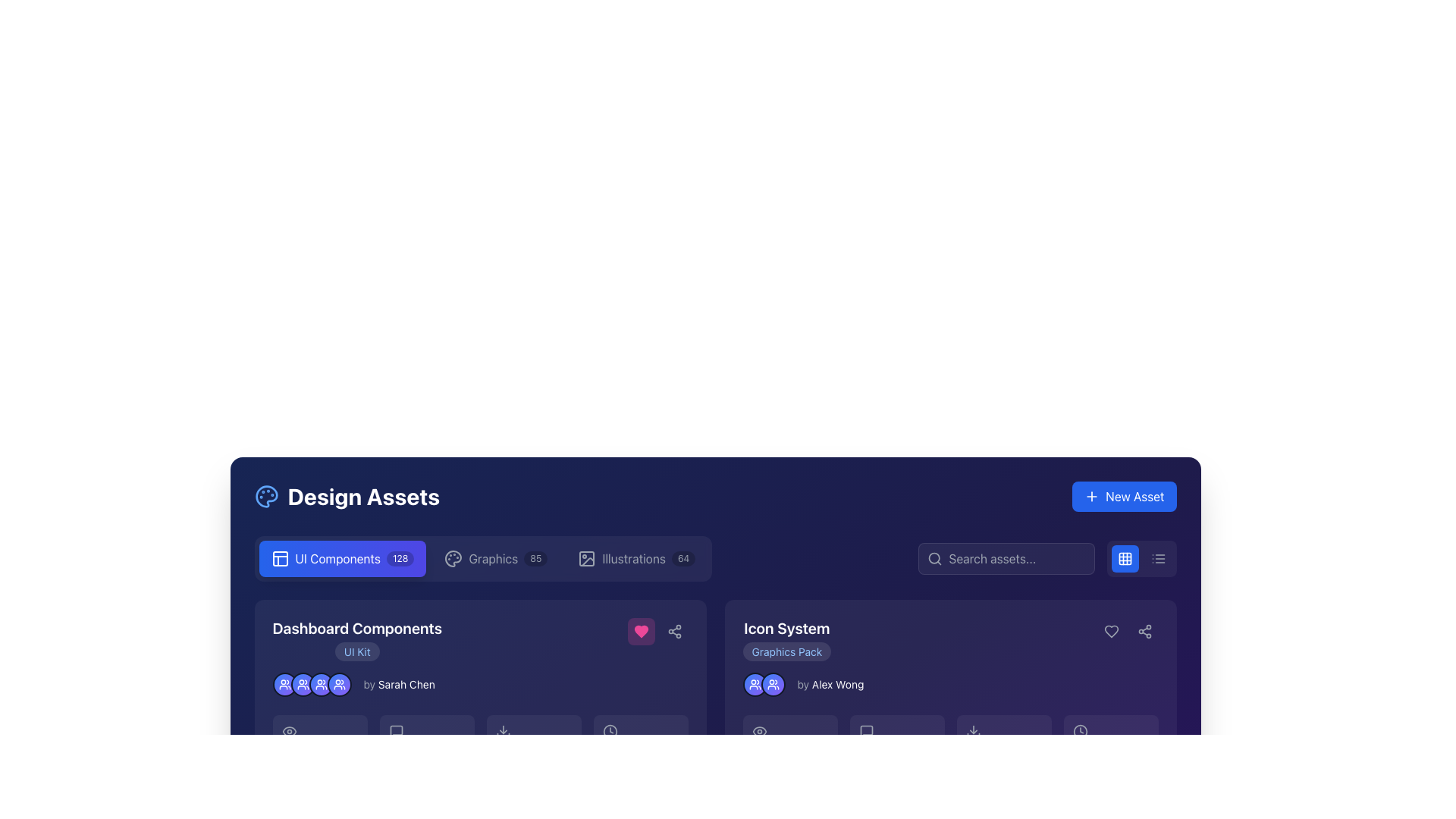 The image size is (1456, 819). I want to click on the decorative icon representing design or creativity, located to the left of the 'Design Assets' text, so click(266, 497).